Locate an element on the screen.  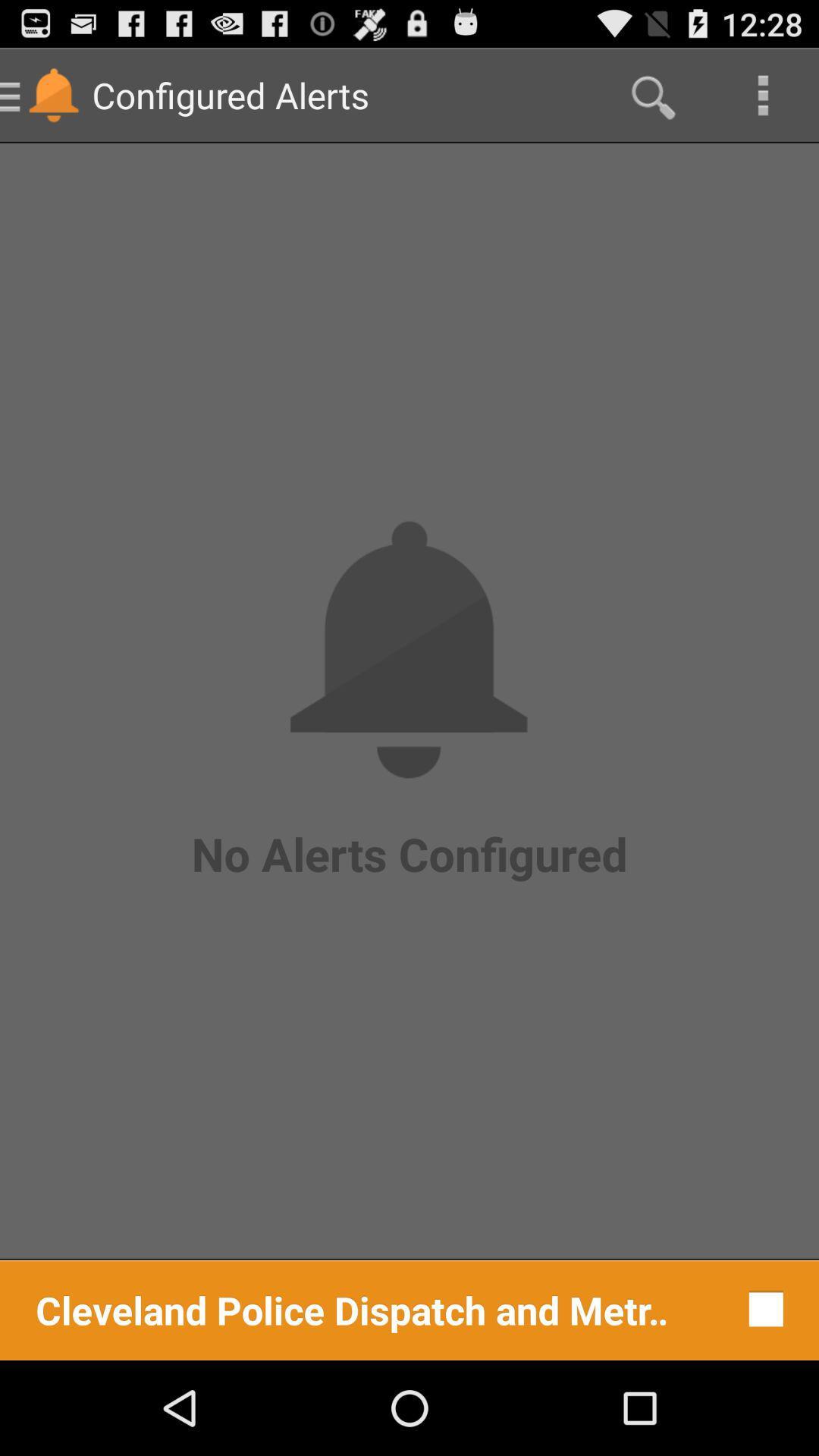
the cleveland police dispatch button is located at coordinates (353, 1308).